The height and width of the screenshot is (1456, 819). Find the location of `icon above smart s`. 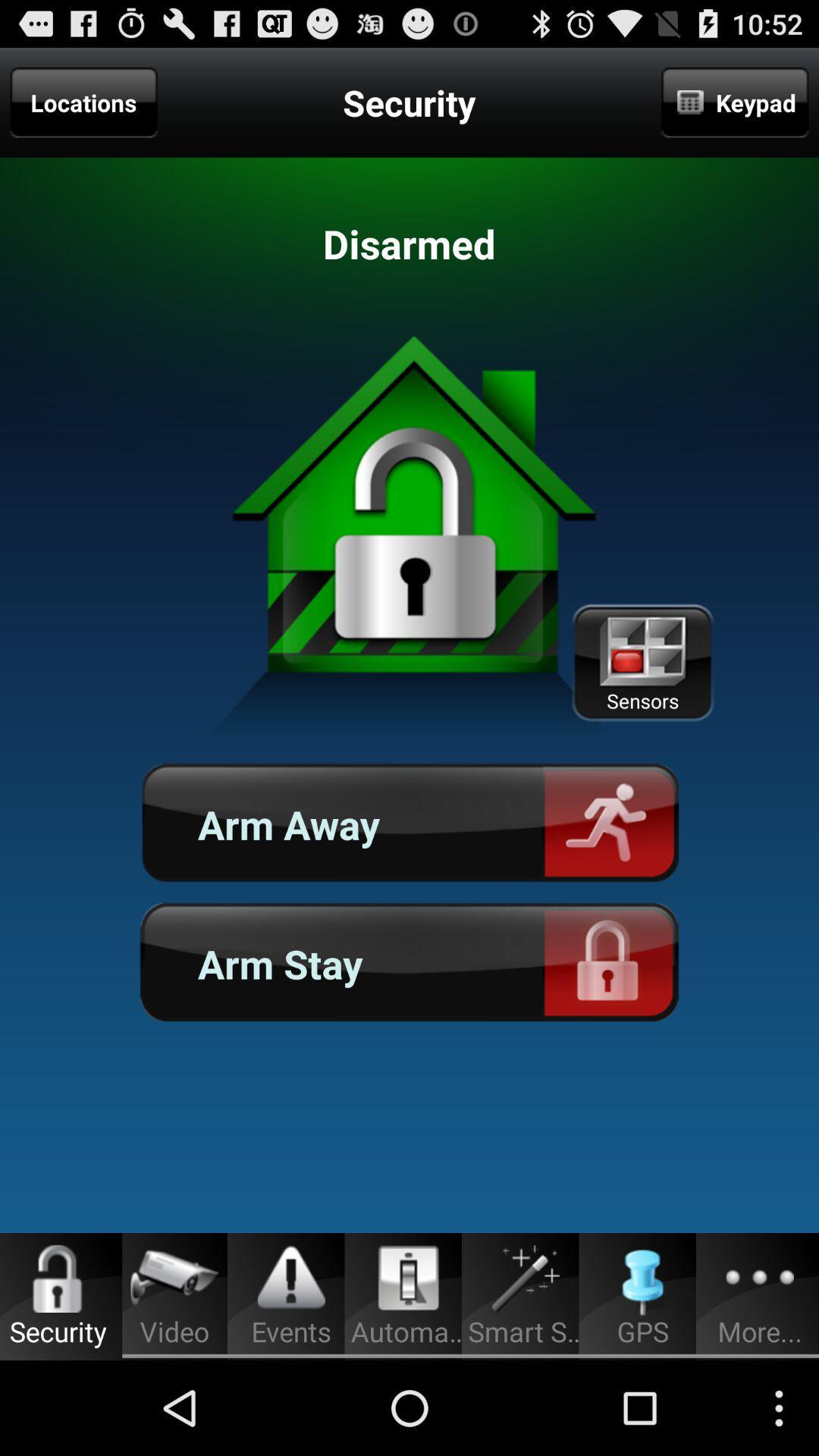

icon above smart s is located at coordinates (525, 1278).